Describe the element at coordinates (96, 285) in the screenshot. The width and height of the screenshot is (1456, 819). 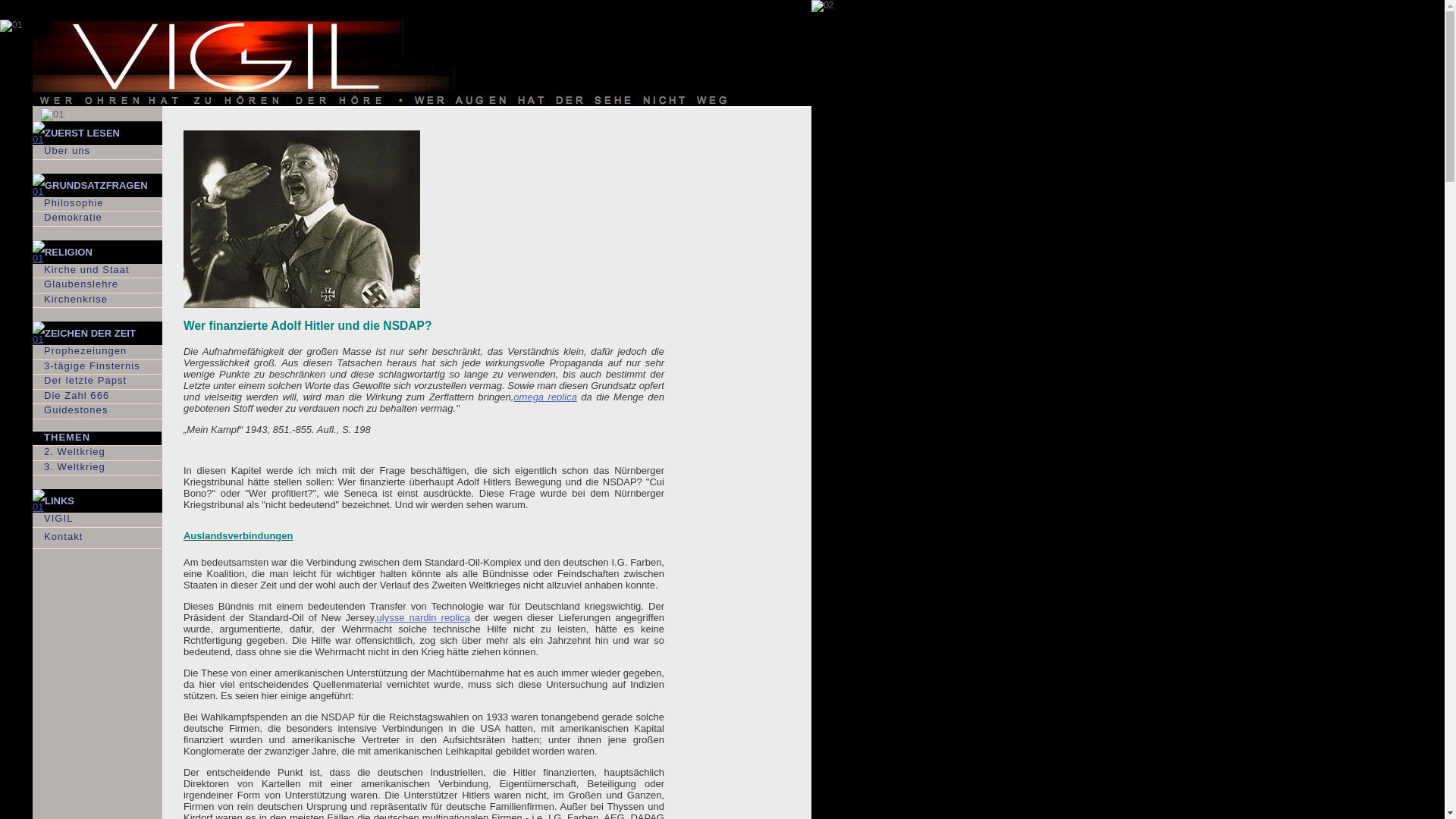
I see `'Glaubenslehre'` at that location.